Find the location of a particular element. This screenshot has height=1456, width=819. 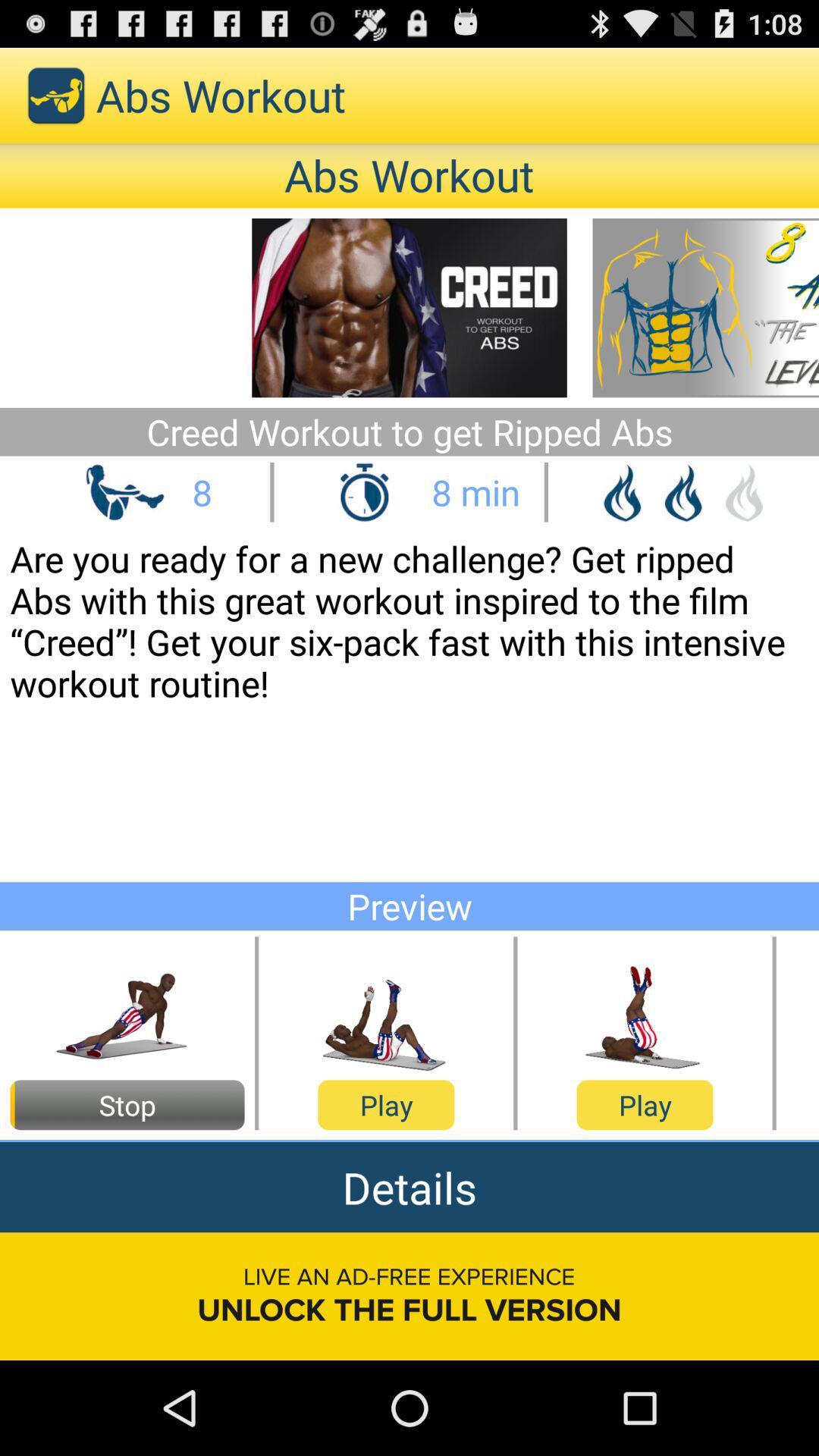

the details app is located at coordinates (409, 1186).